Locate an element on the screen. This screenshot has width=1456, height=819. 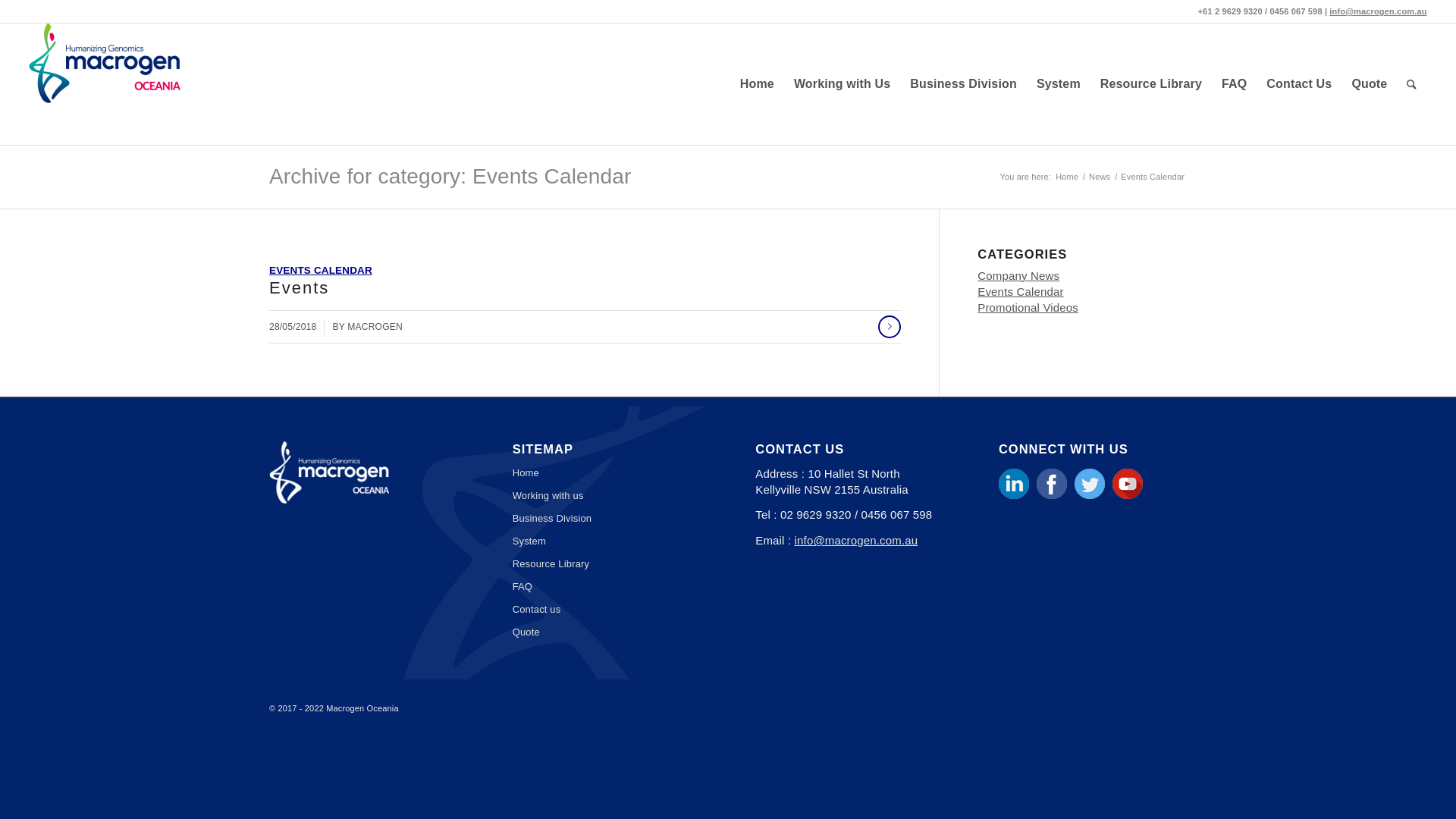
'Contact Us' is located at coordinates (1298, 84).